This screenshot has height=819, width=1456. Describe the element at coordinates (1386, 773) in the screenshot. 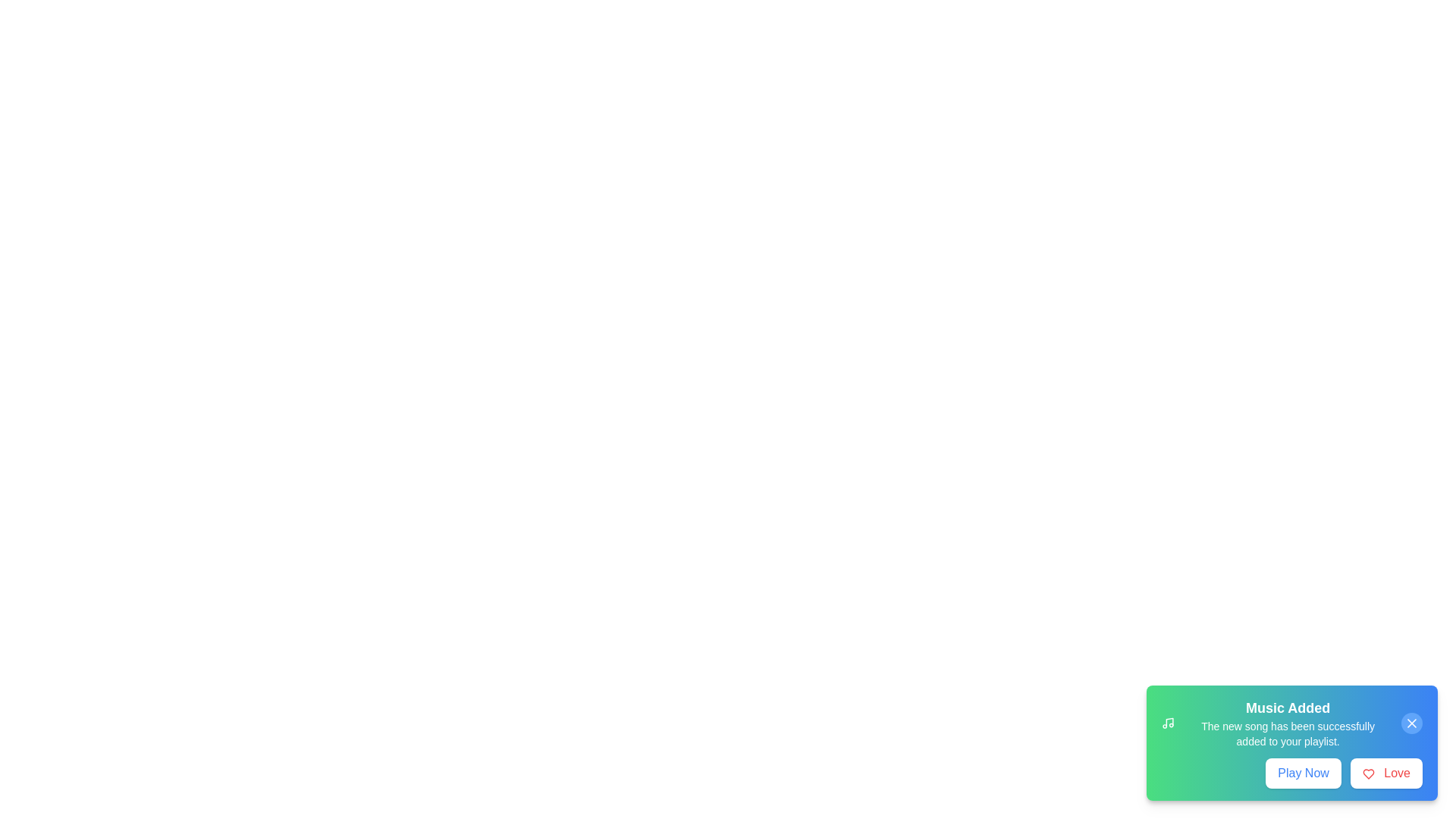

I see `the 'Love' button to mark the song as loved` at that location.